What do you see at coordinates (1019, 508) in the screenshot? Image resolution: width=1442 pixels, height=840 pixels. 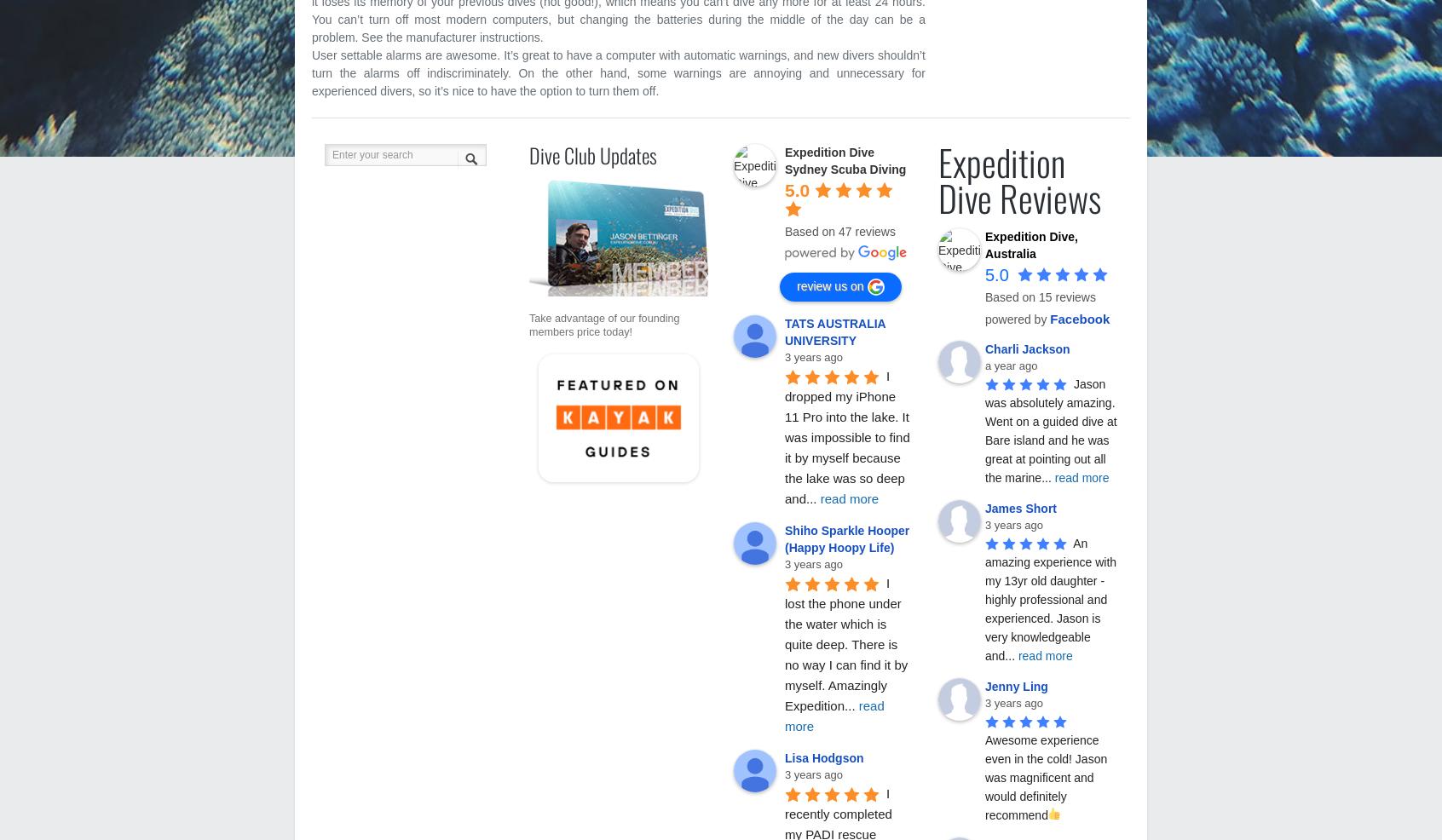 I see `'James Short'` at bounding box center [1019, 508].